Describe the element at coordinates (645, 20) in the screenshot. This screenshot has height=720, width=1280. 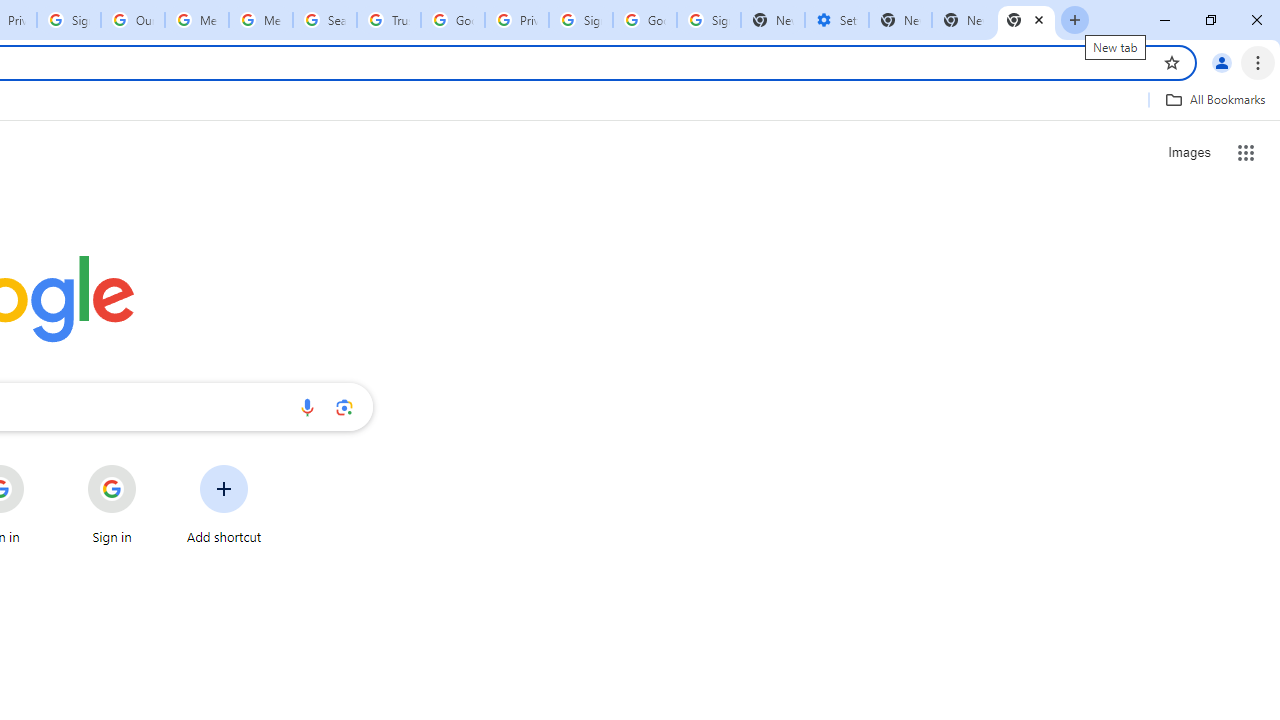
I see `'Google Cybersecurity Innovations - Google Safety Center'` at that location.